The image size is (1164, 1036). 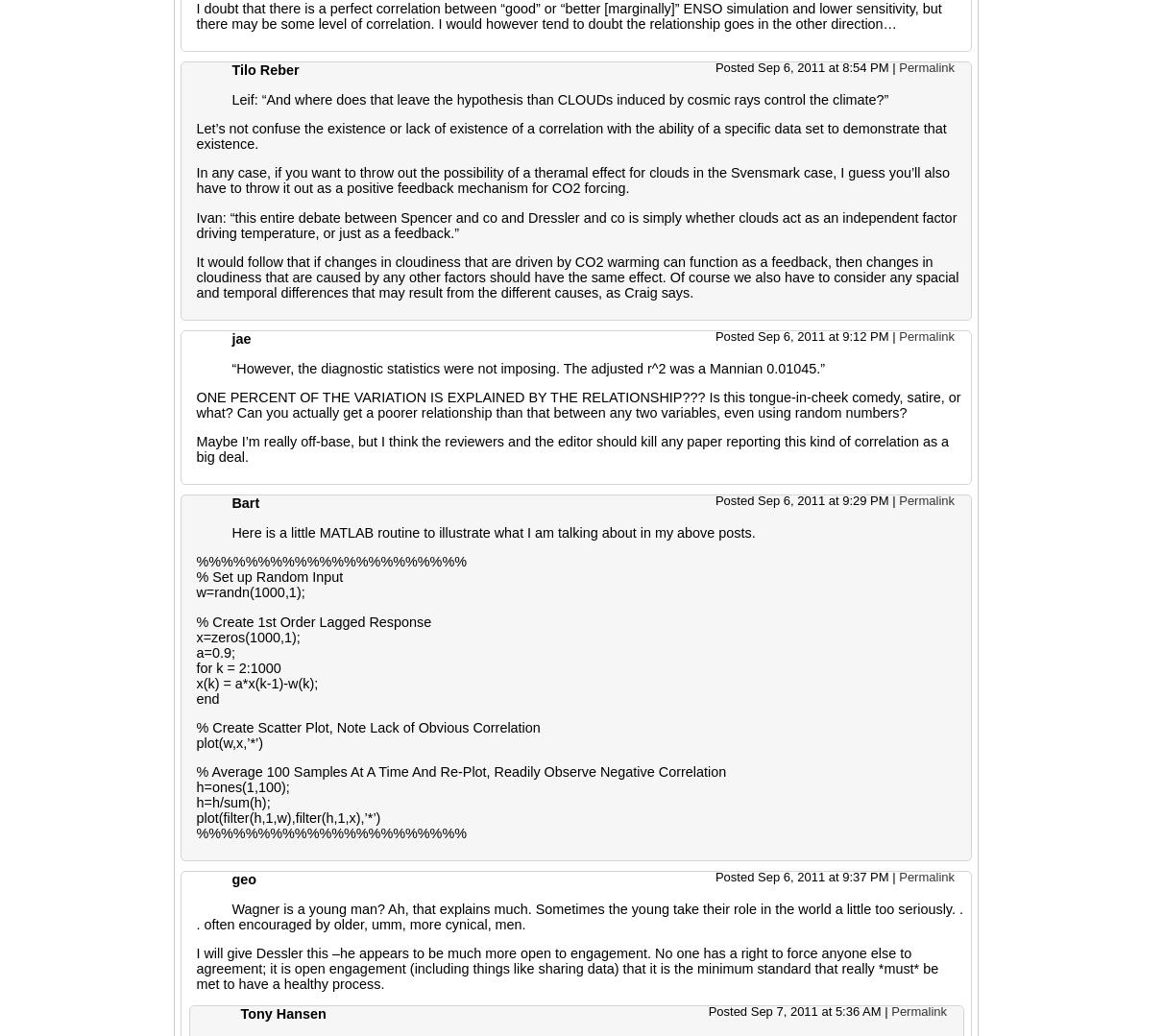 What do you see at coordinates (250, 591) in the screenshot?
I see `'w=randn(1000,1);'` at bounding box center [250, 591].